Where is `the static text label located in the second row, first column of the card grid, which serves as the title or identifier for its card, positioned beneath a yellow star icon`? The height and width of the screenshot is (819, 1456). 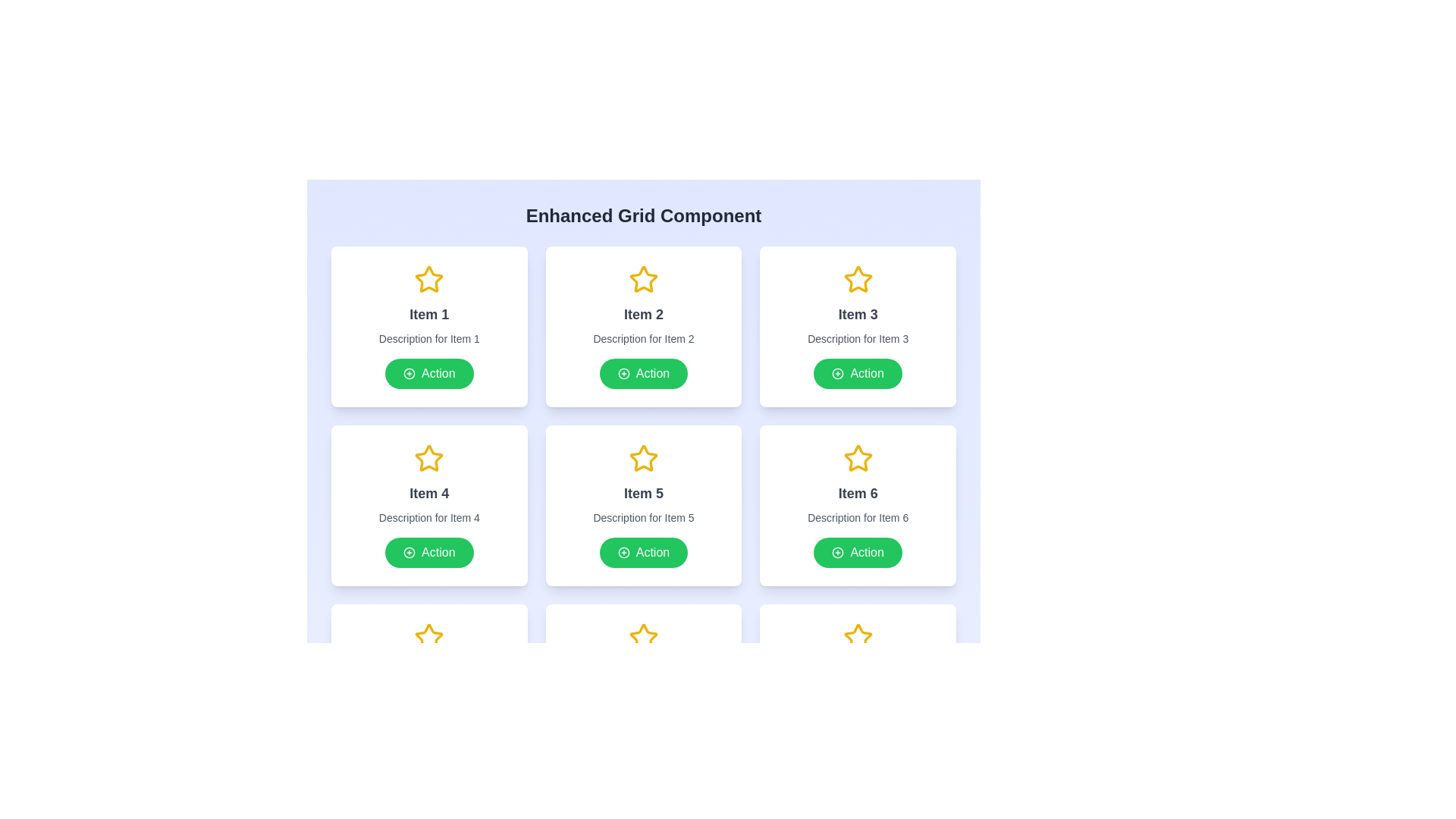 the static text label located in the second row, first column of the card grid, which serves as the title or identifier for its card, positioned beneath a yellow star icon is located at coordinates (428, 494).